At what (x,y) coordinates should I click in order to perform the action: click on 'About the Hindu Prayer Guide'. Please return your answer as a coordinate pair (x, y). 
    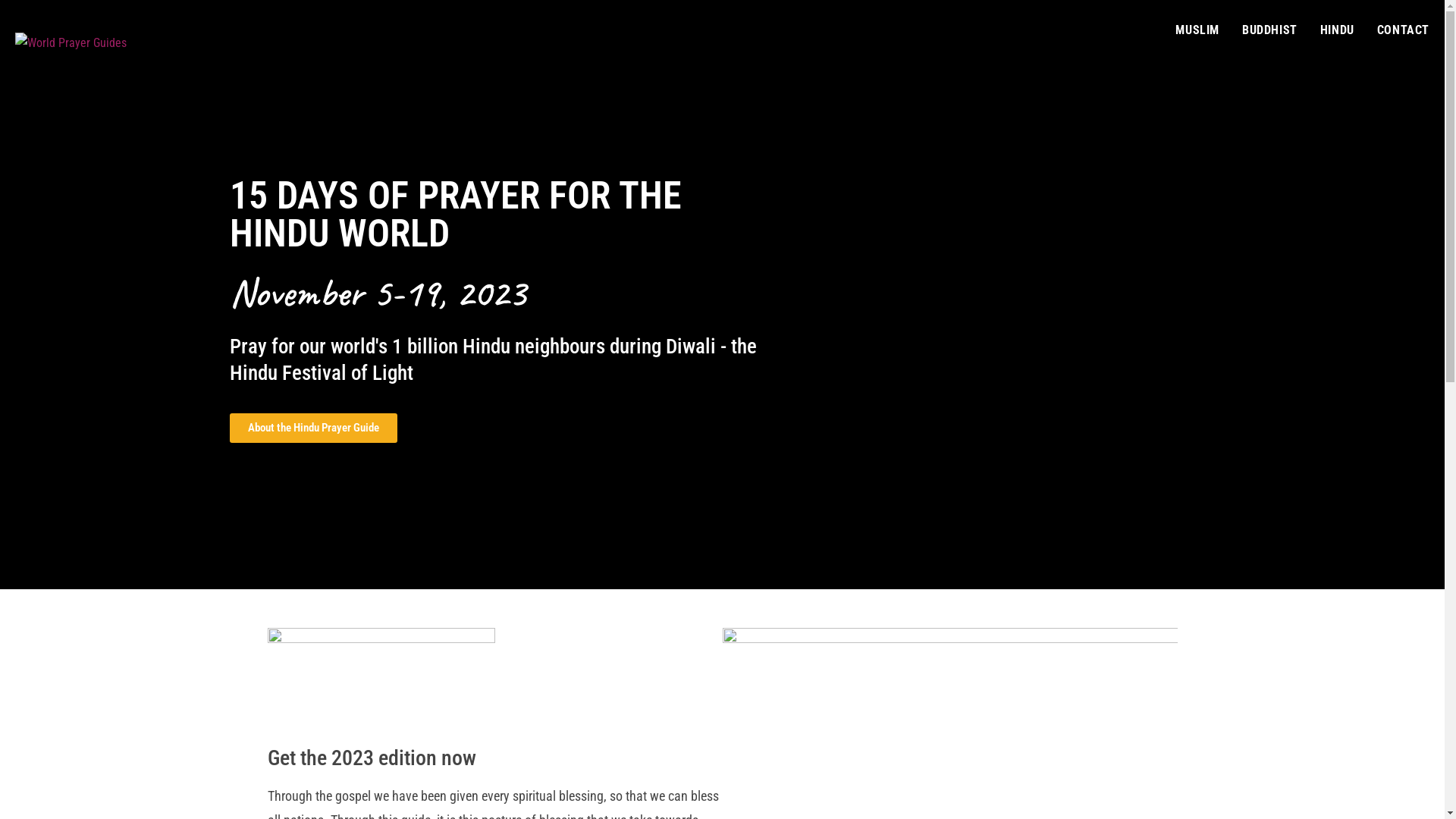
    Looking at the image, I should click on (312, 428).